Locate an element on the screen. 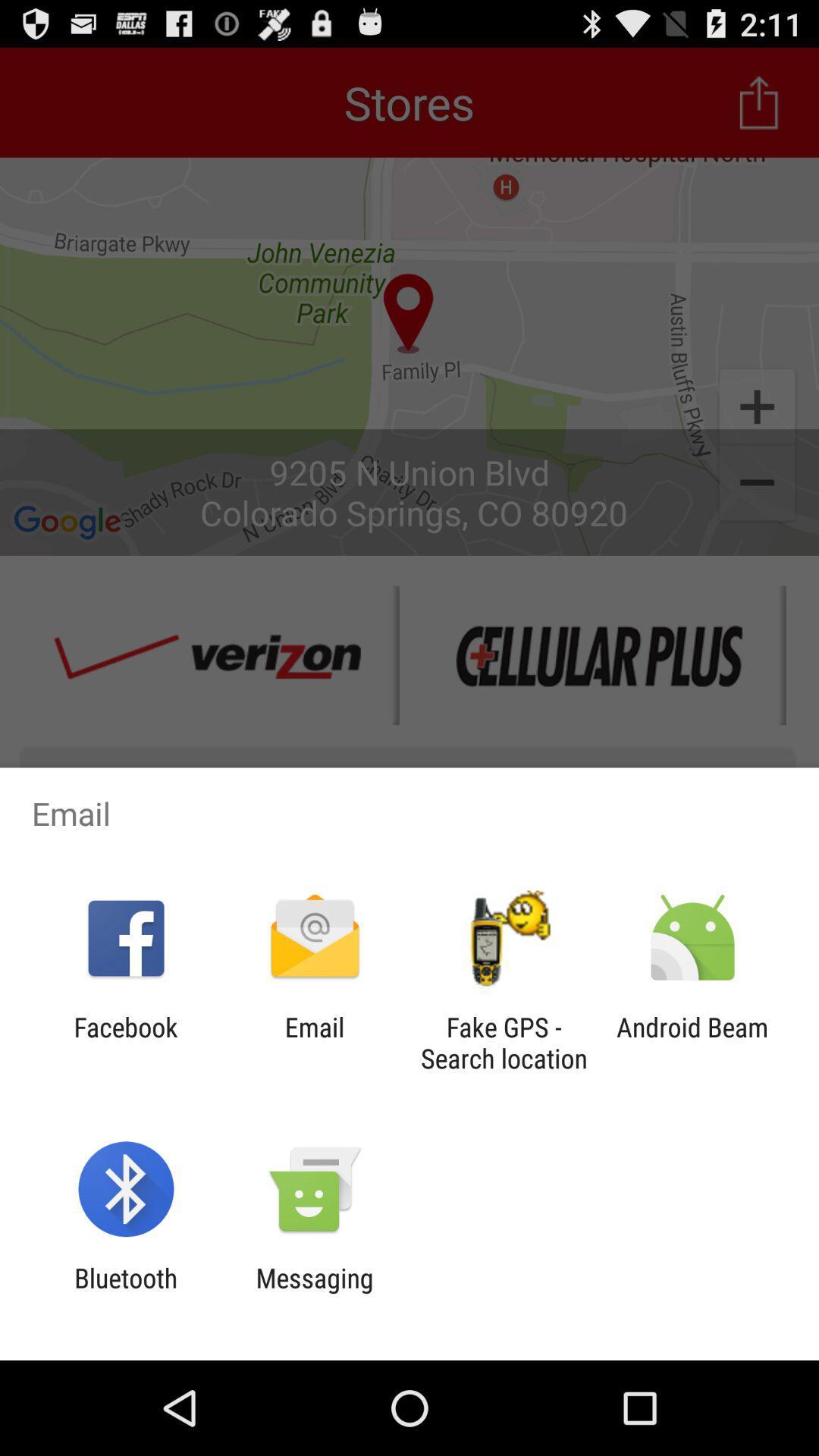 The image size is (819, 1456). fake gps search is located at coordinates (504, 1042).